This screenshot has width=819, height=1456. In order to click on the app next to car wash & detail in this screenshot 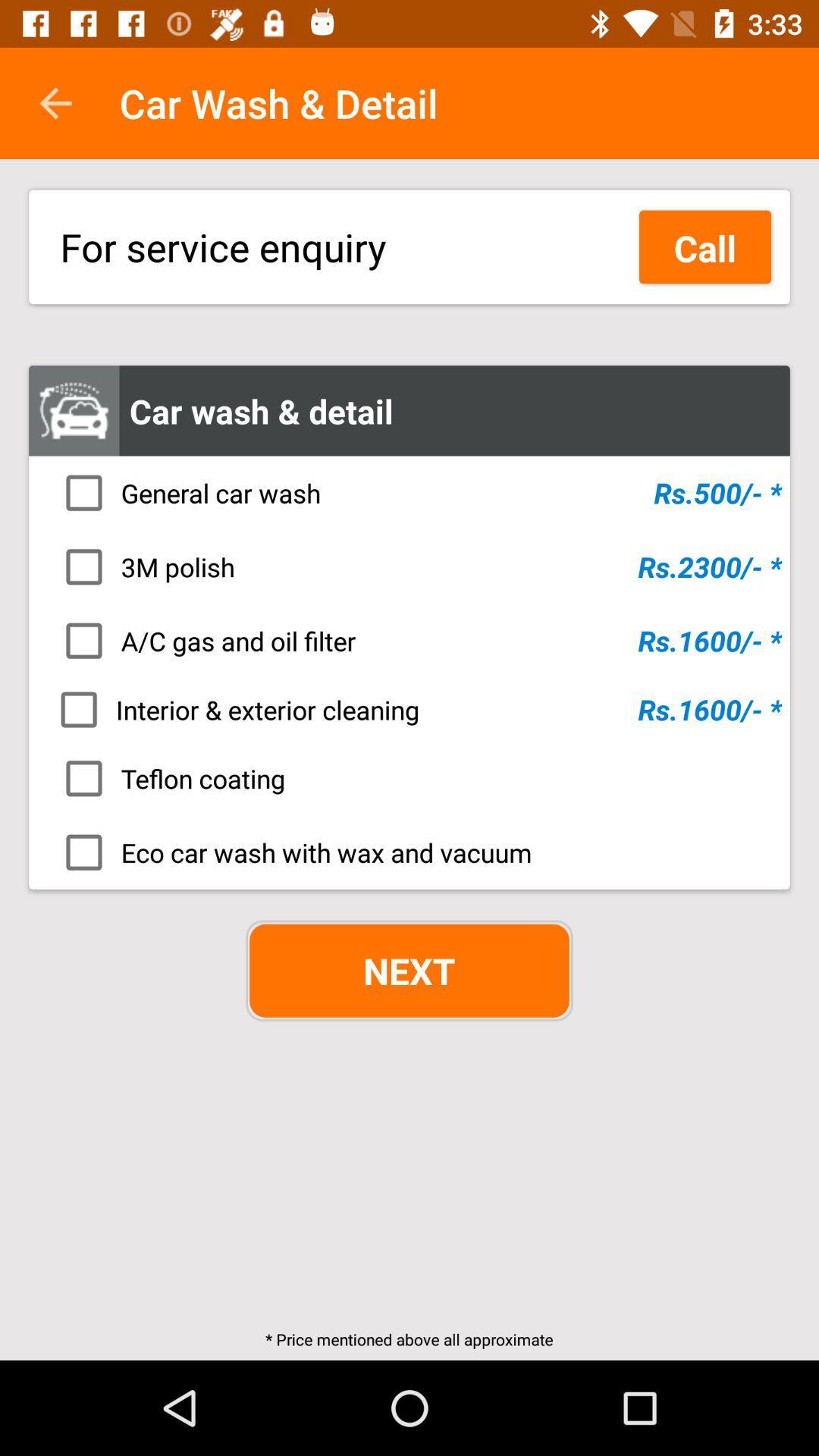, I will do `click(55, 102)`.